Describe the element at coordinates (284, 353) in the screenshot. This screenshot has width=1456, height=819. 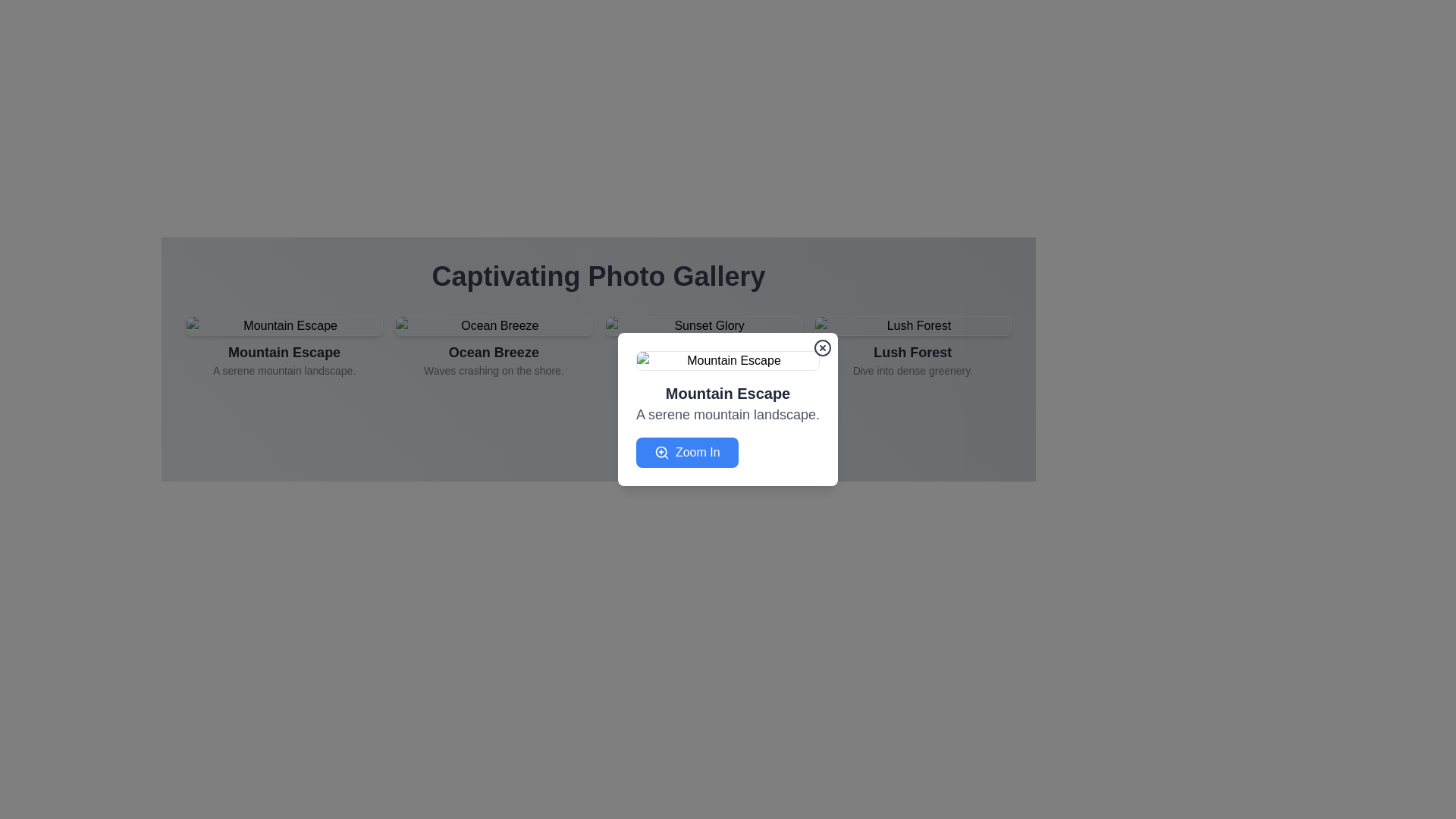
I see `the title text label that serves as the name of the showcased feature, located in the center of the modal, above the descriptive text` at that location.